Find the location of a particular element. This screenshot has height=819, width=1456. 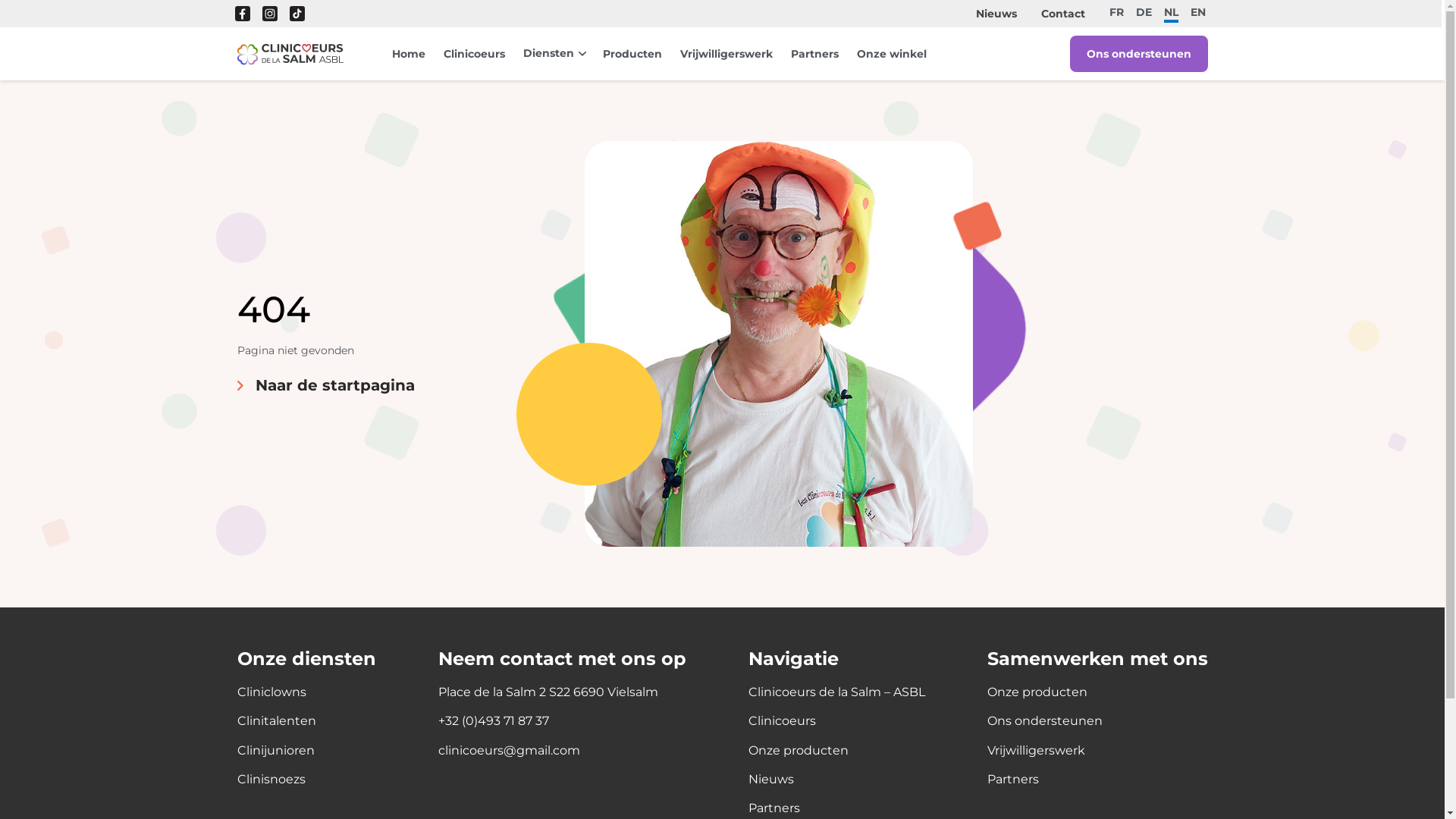

'Tik Tok' is located at coordinates (297, 14).